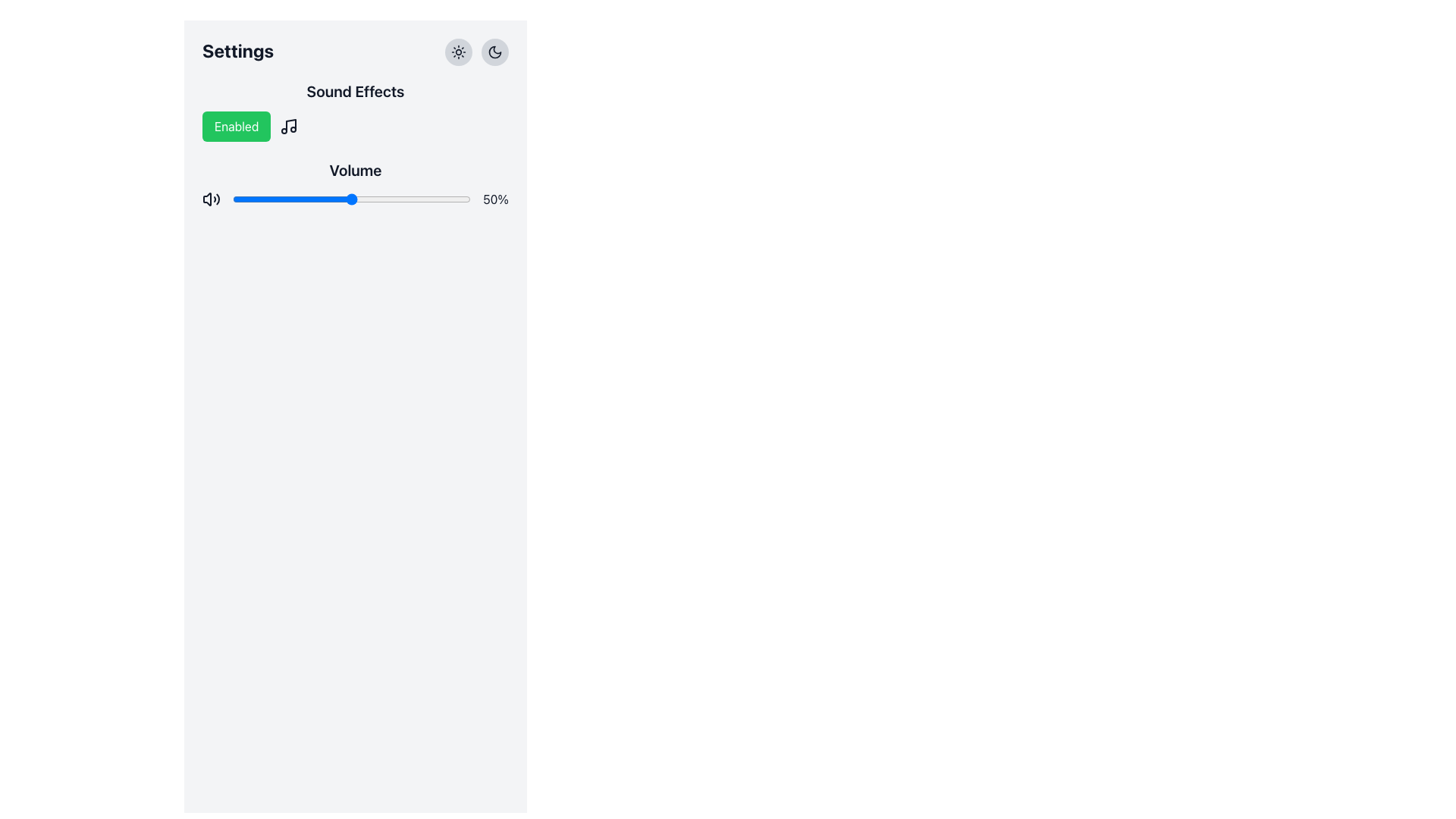 The image size is (1456, 819). I want to click on the dark mode icon, which is a small circular crescent moon icon, located within a light-gray circular button at the top-right of the Settings interface, so click(494, 52).